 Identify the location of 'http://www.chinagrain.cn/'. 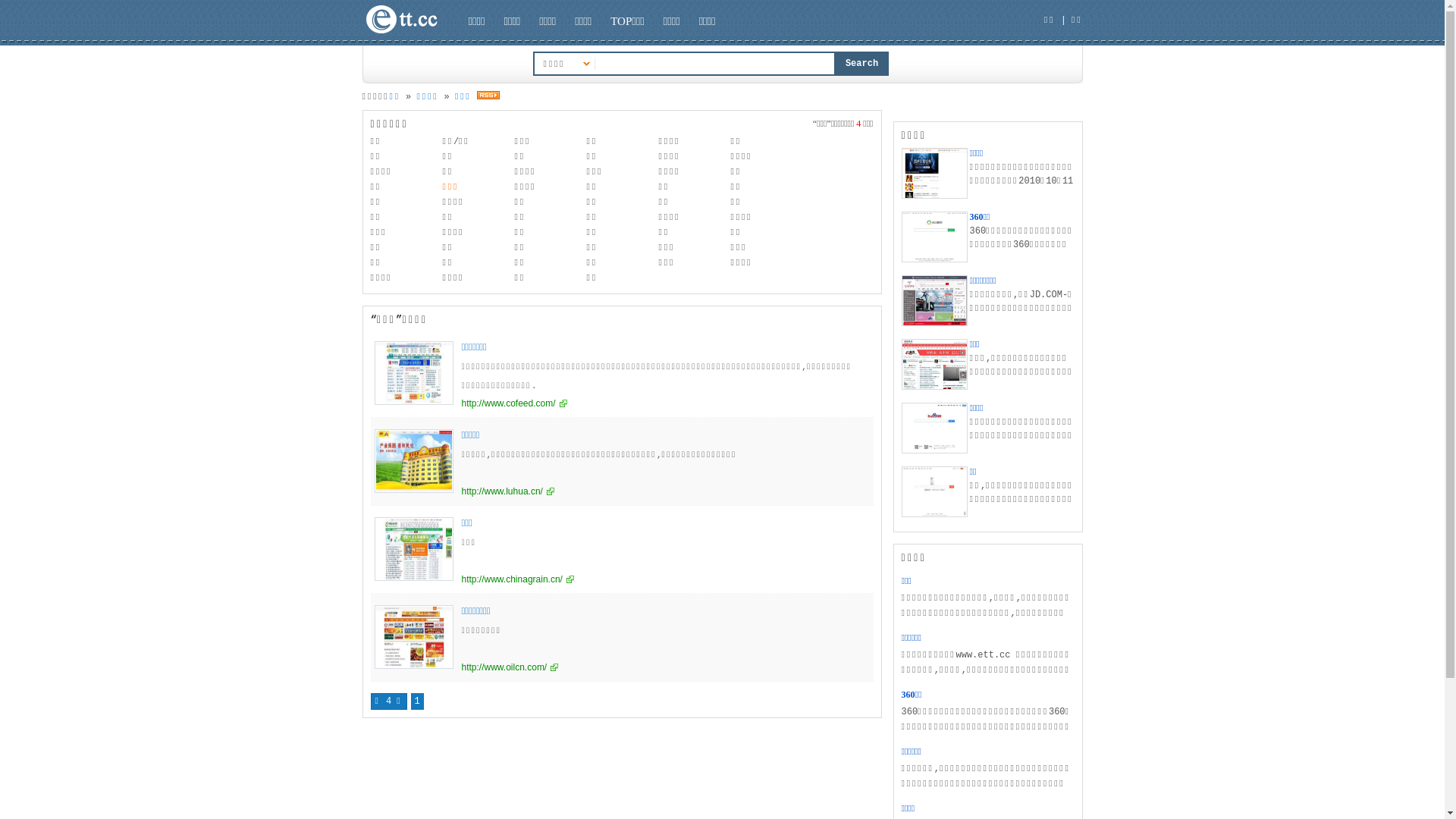
(460, 579).